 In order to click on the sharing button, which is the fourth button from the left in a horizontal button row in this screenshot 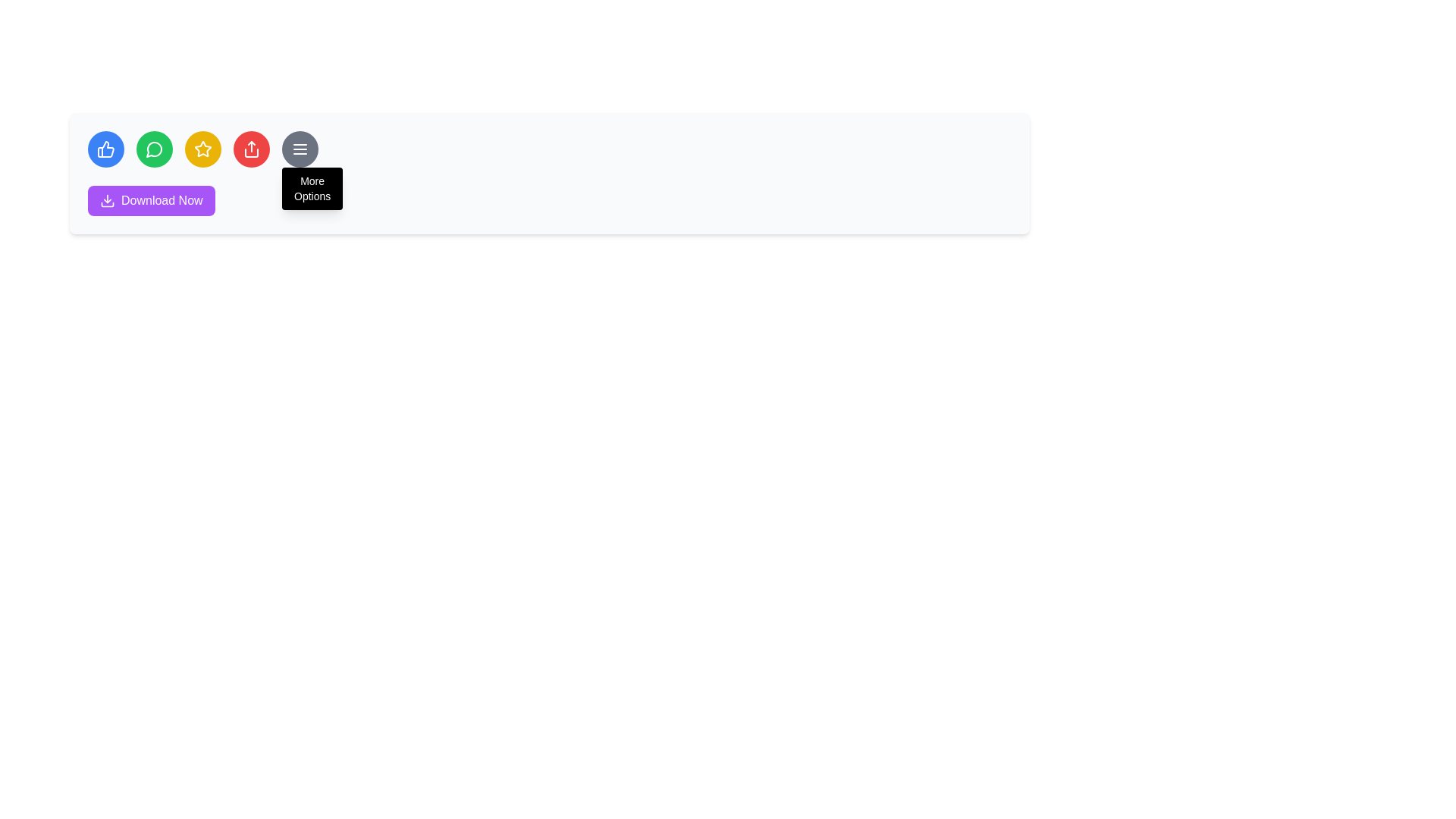, I will do `click(251, 149)`.